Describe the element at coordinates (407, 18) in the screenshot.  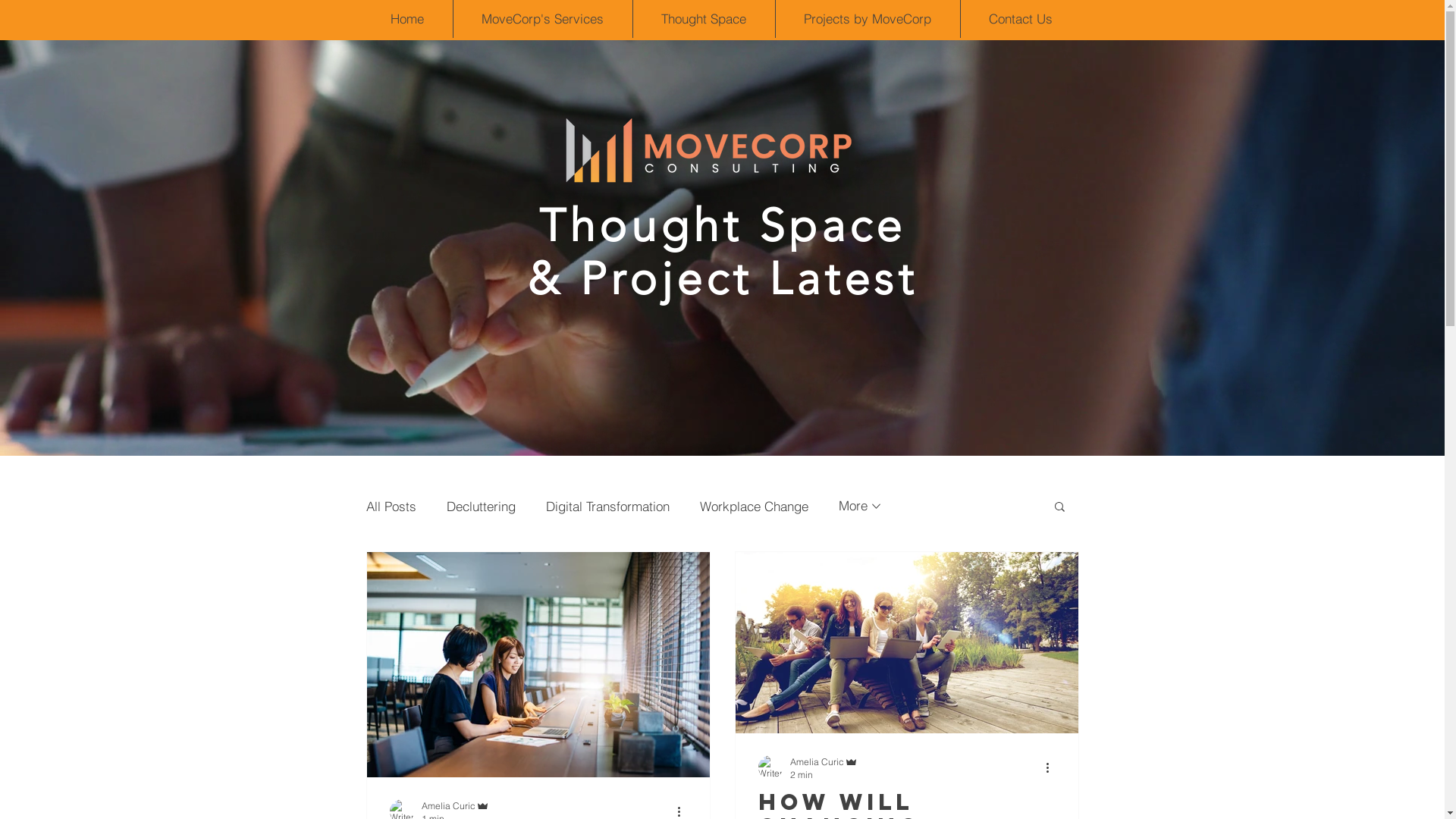
I see `'Home'` at that location.